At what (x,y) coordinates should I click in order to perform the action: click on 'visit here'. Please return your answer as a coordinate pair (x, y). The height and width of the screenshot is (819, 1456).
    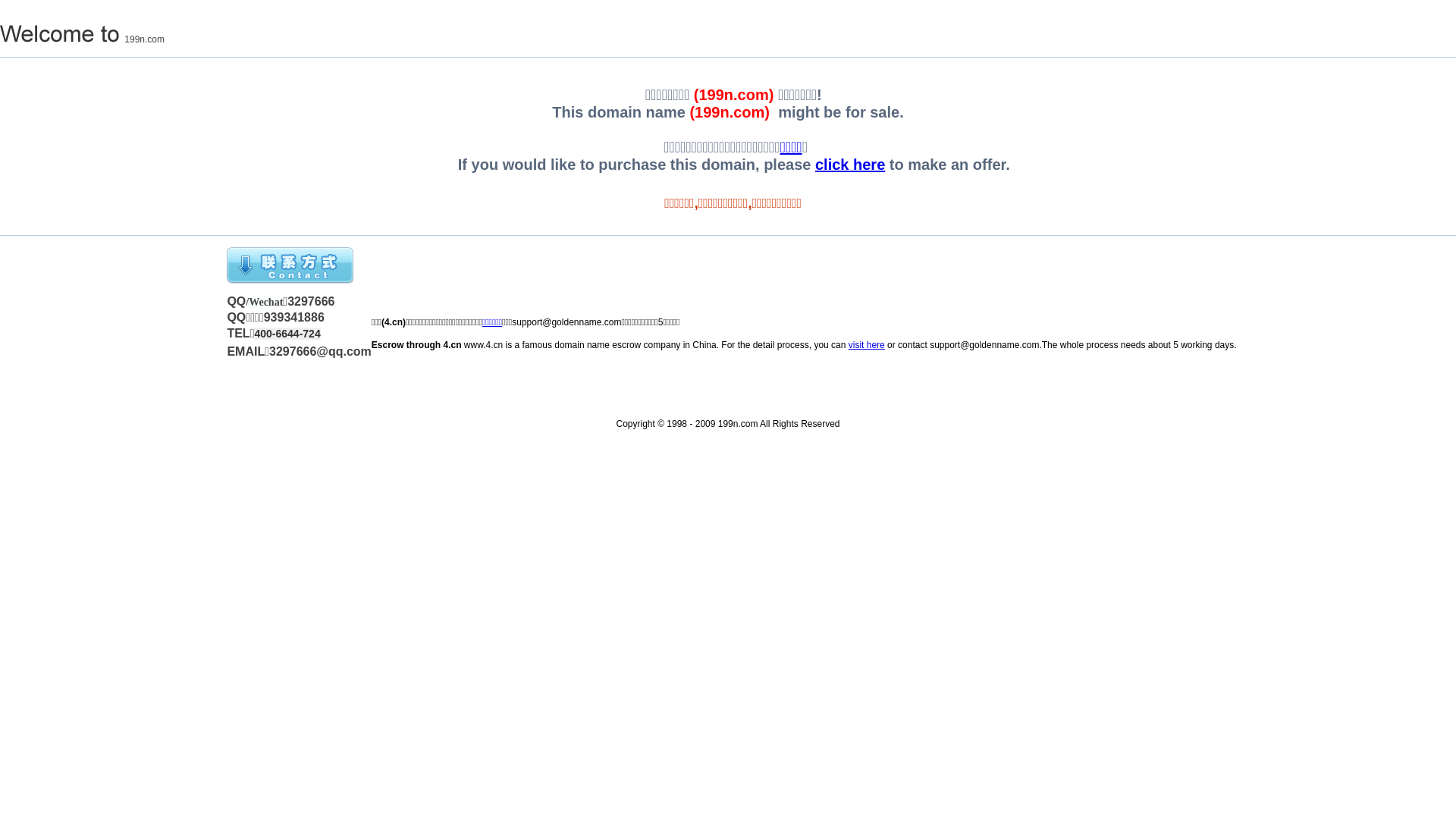
    Looking at the image, I should click on (866, 345).